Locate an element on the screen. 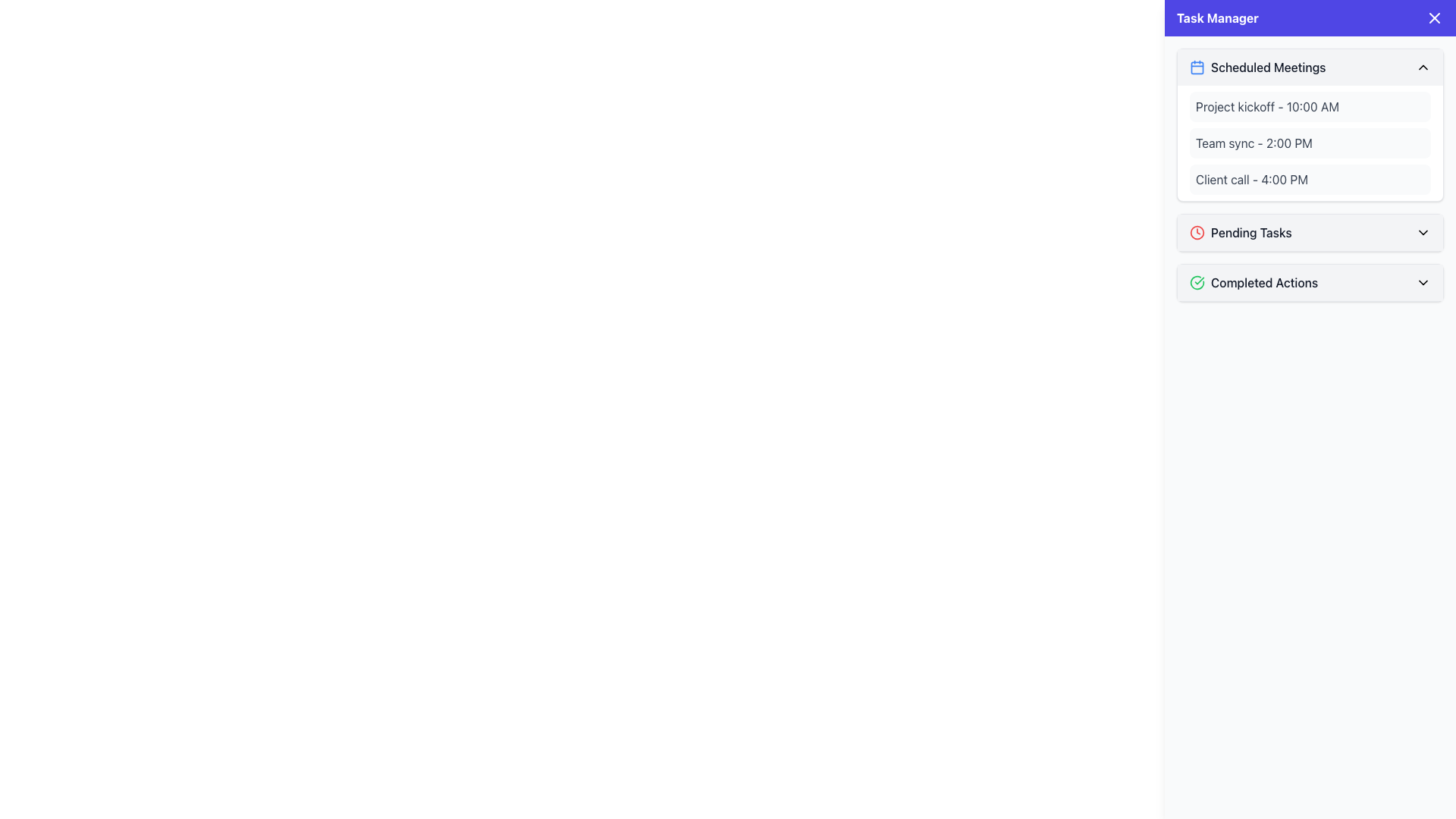  the List item containing the text 'Team sync - 2:00 PM', which is styled with a light gray background and dark gray text, located in the top-right section of the layout is located at coordinates (1310, 143).